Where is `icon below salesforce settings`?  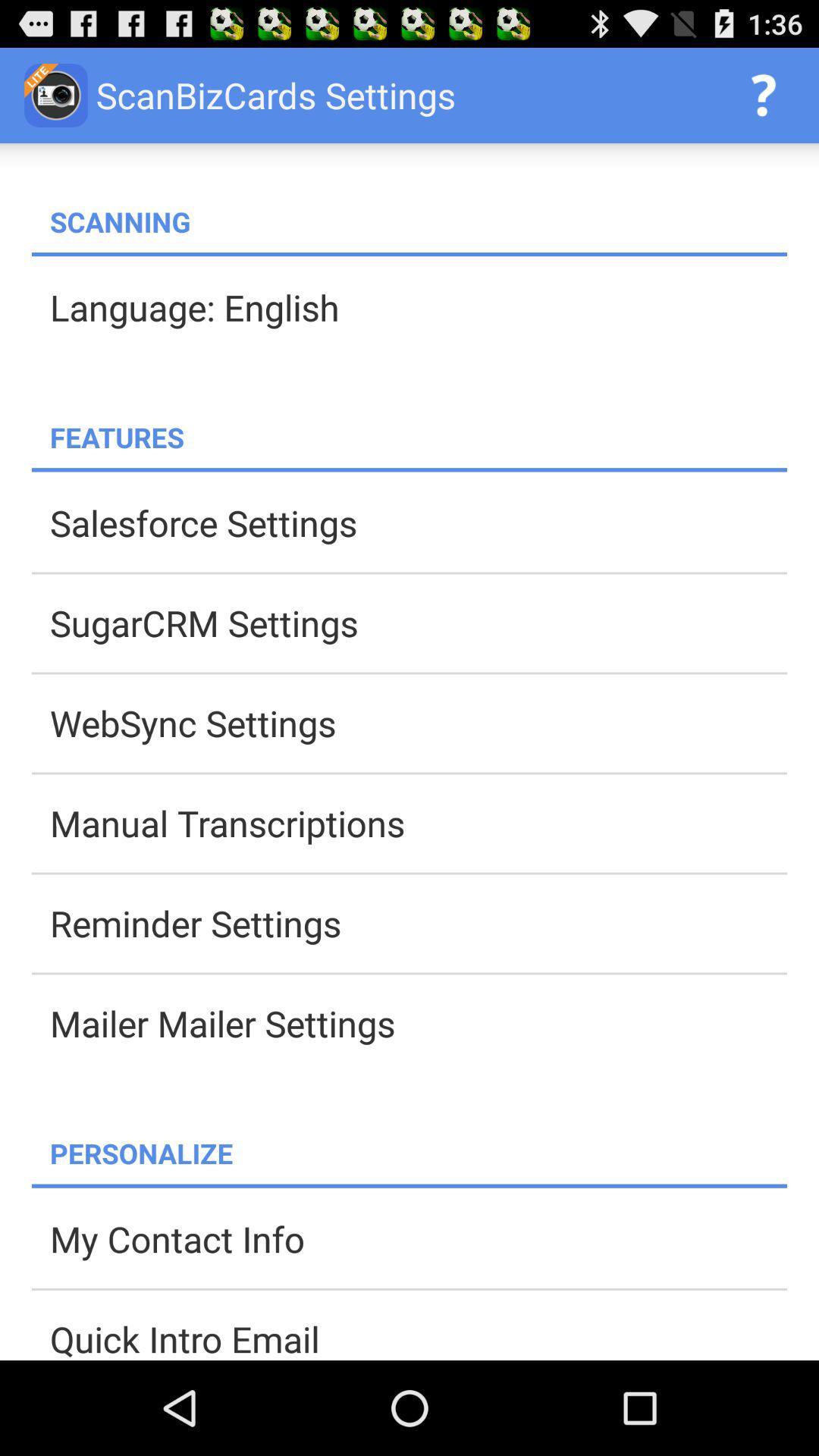 icon below salesforce settings is located at coordinates (418, 623).